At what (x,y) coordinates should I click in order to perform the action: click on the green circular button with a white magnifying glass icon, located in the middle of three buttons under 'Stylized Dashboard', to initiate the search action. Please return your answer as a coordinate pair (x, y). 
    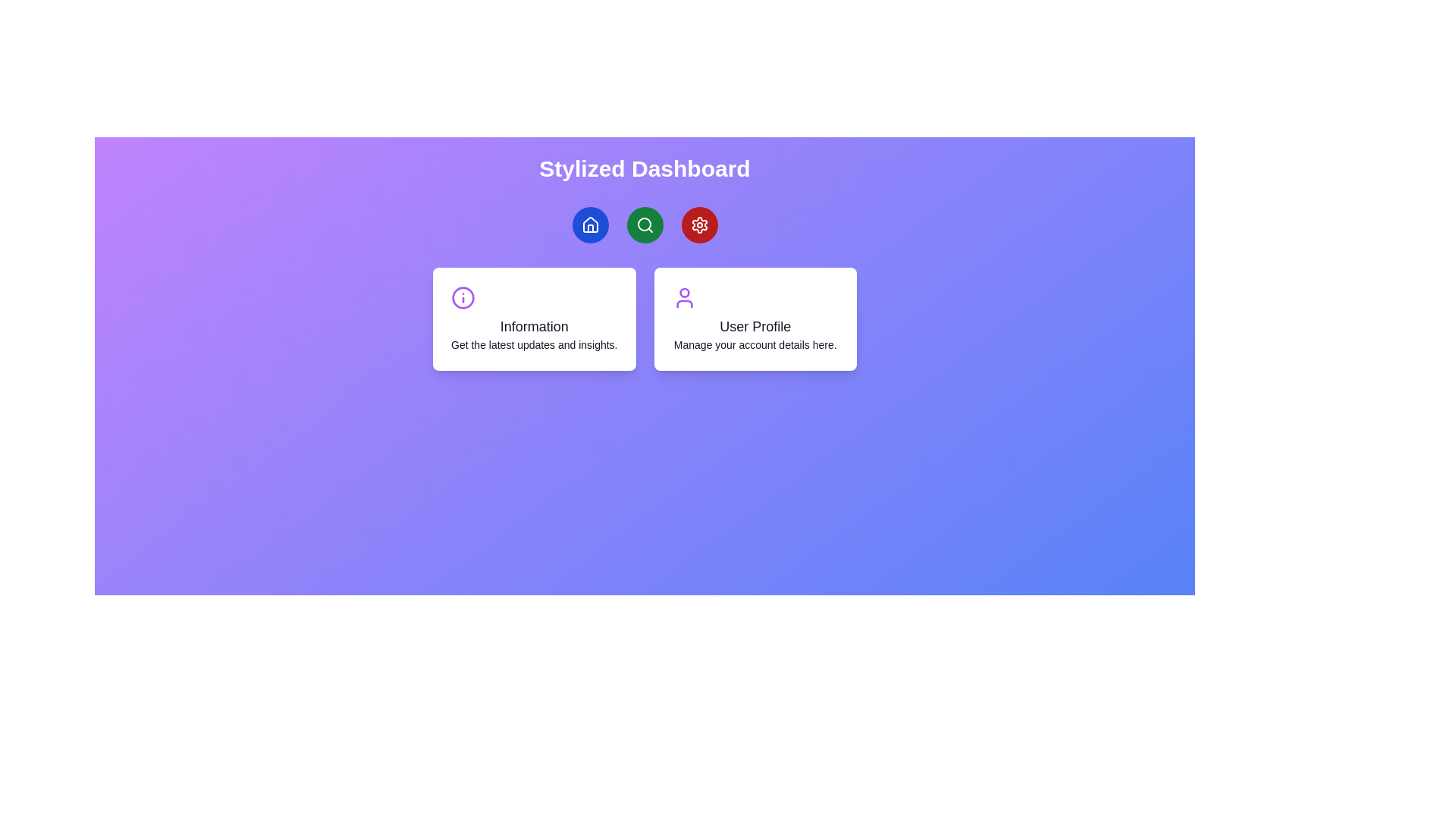
    Looking at the image, I should click on (645, 225).